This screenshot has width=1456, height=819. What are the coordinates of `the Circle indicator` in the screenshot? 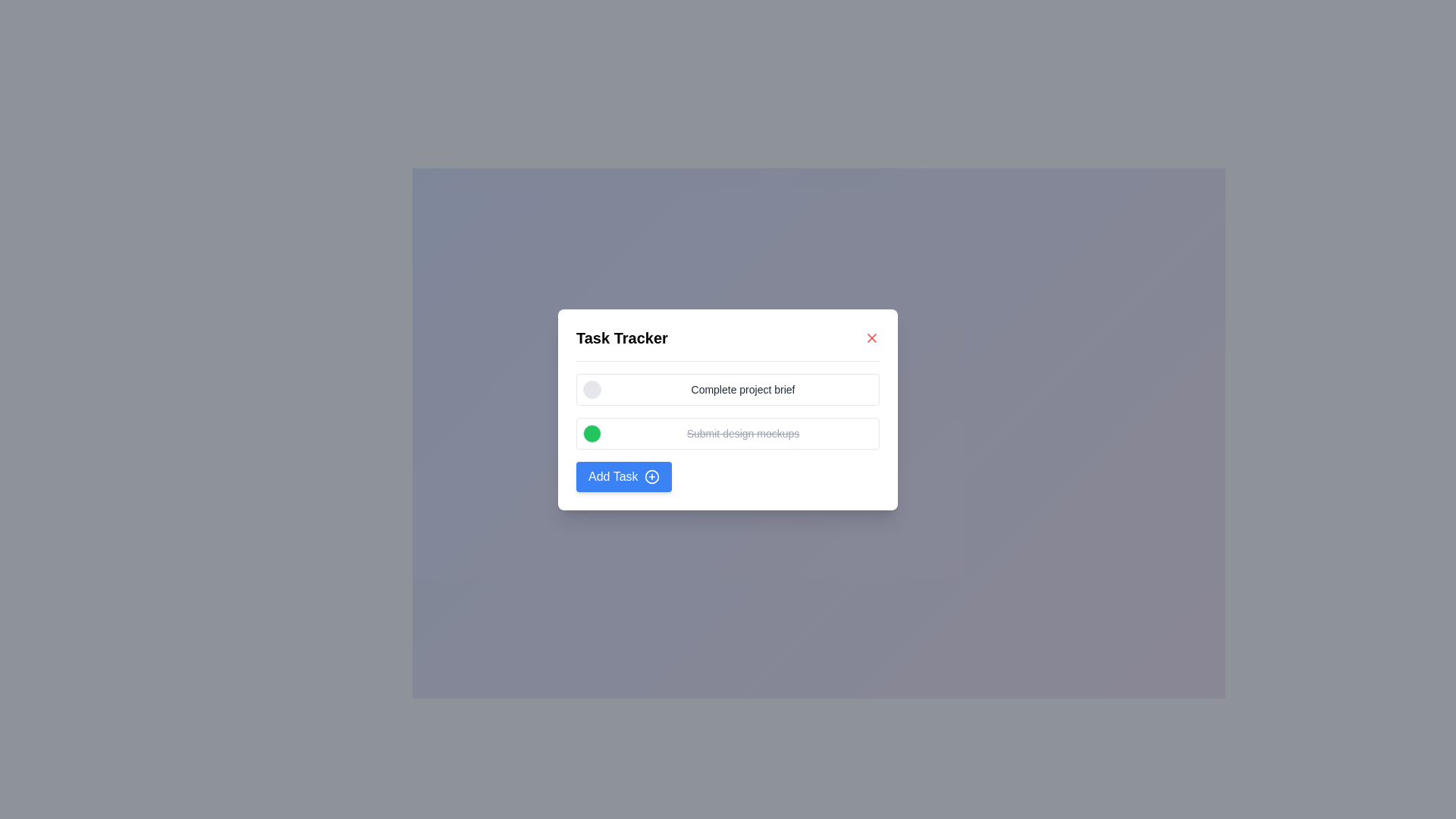 It's located at (591, 432).